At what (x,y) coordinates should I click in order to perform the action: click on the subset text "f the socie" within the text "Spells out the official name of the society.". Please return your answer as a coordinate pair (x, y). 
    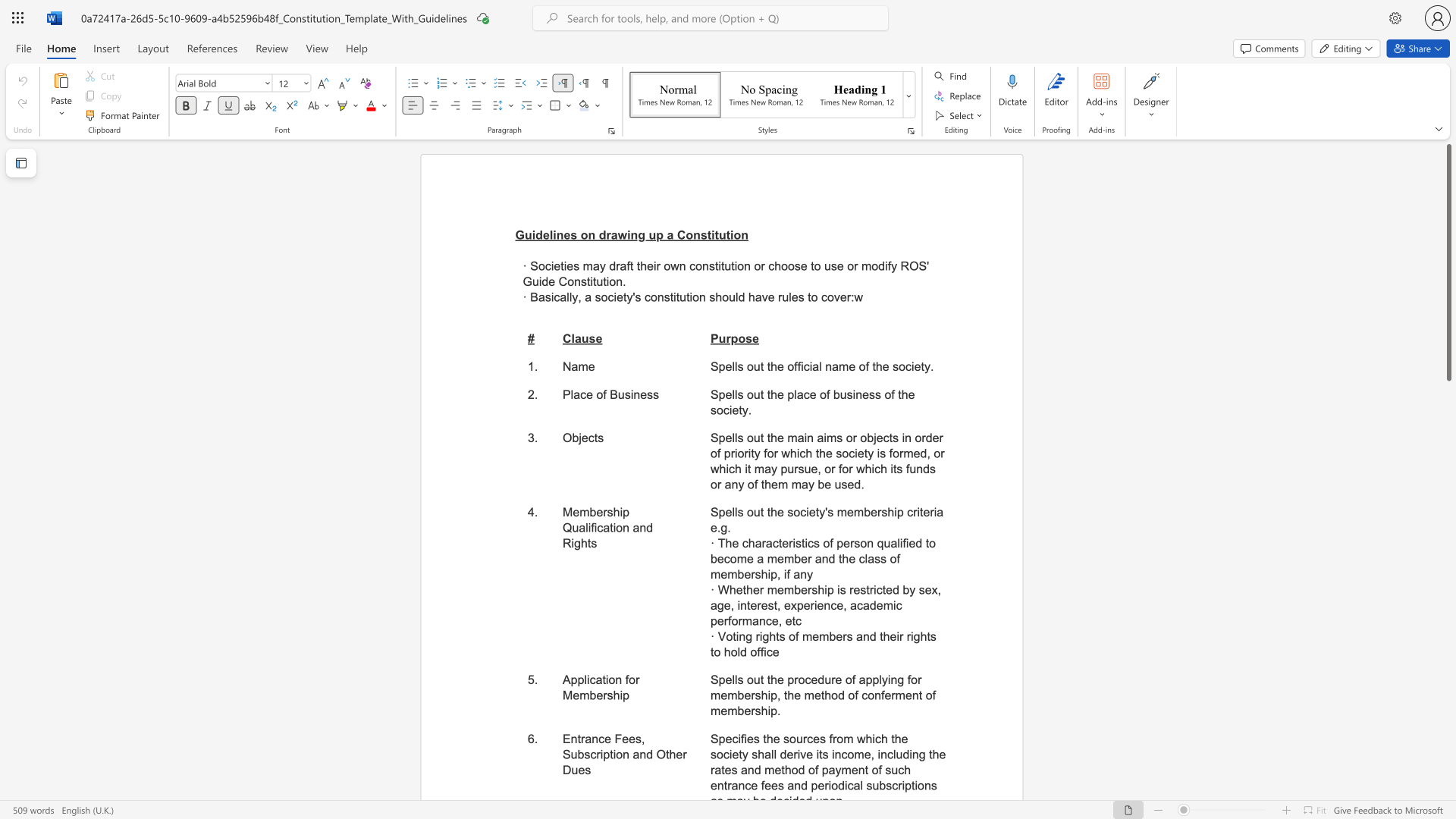
    Looking at the image, I should click on (865, 366).